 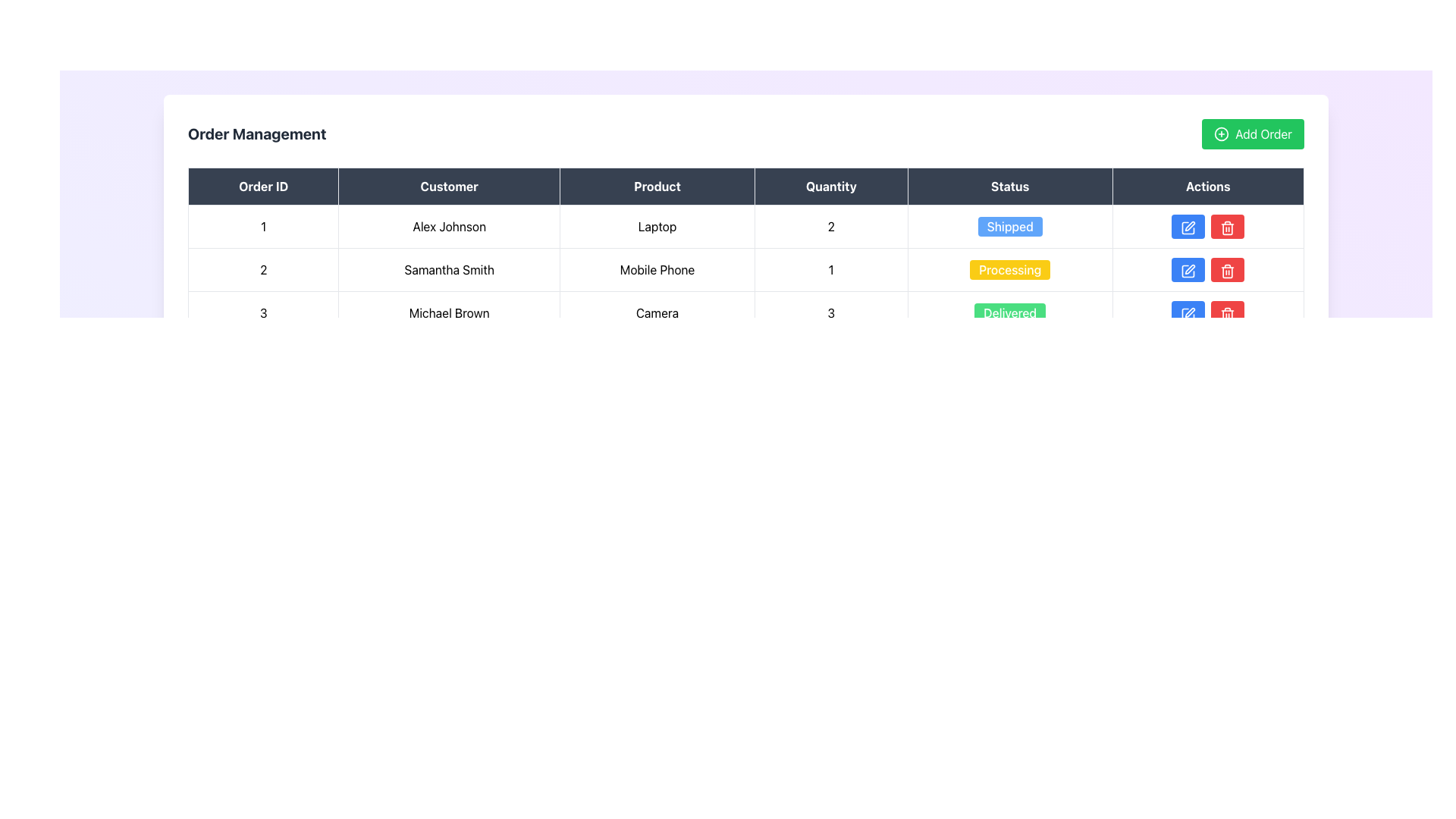 I want to click on the table header cell in the fourth column that indicates quantities of items, positioned between the 'Product' and 'Status' header cells, so click(x=830, y=186).